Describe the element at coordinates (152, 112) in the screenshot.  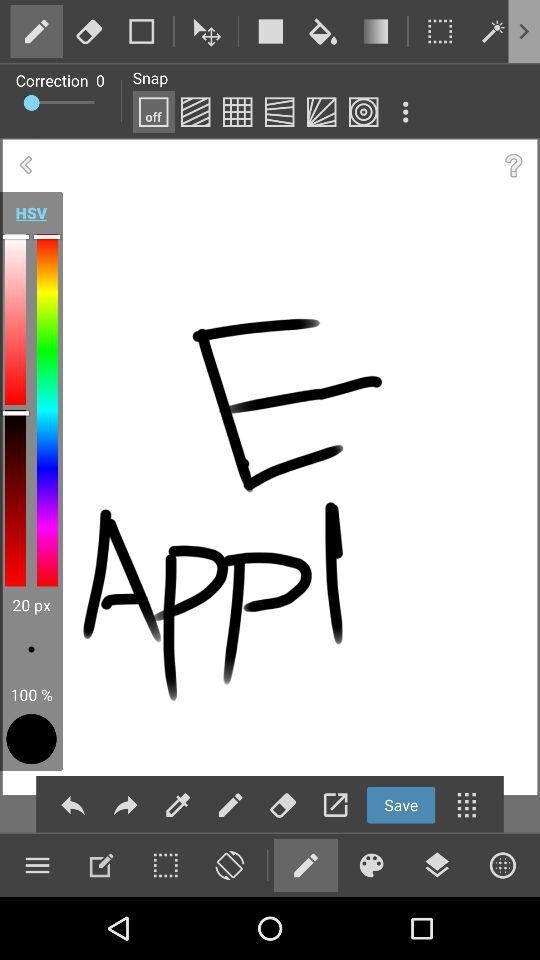
I see `off` at that location.